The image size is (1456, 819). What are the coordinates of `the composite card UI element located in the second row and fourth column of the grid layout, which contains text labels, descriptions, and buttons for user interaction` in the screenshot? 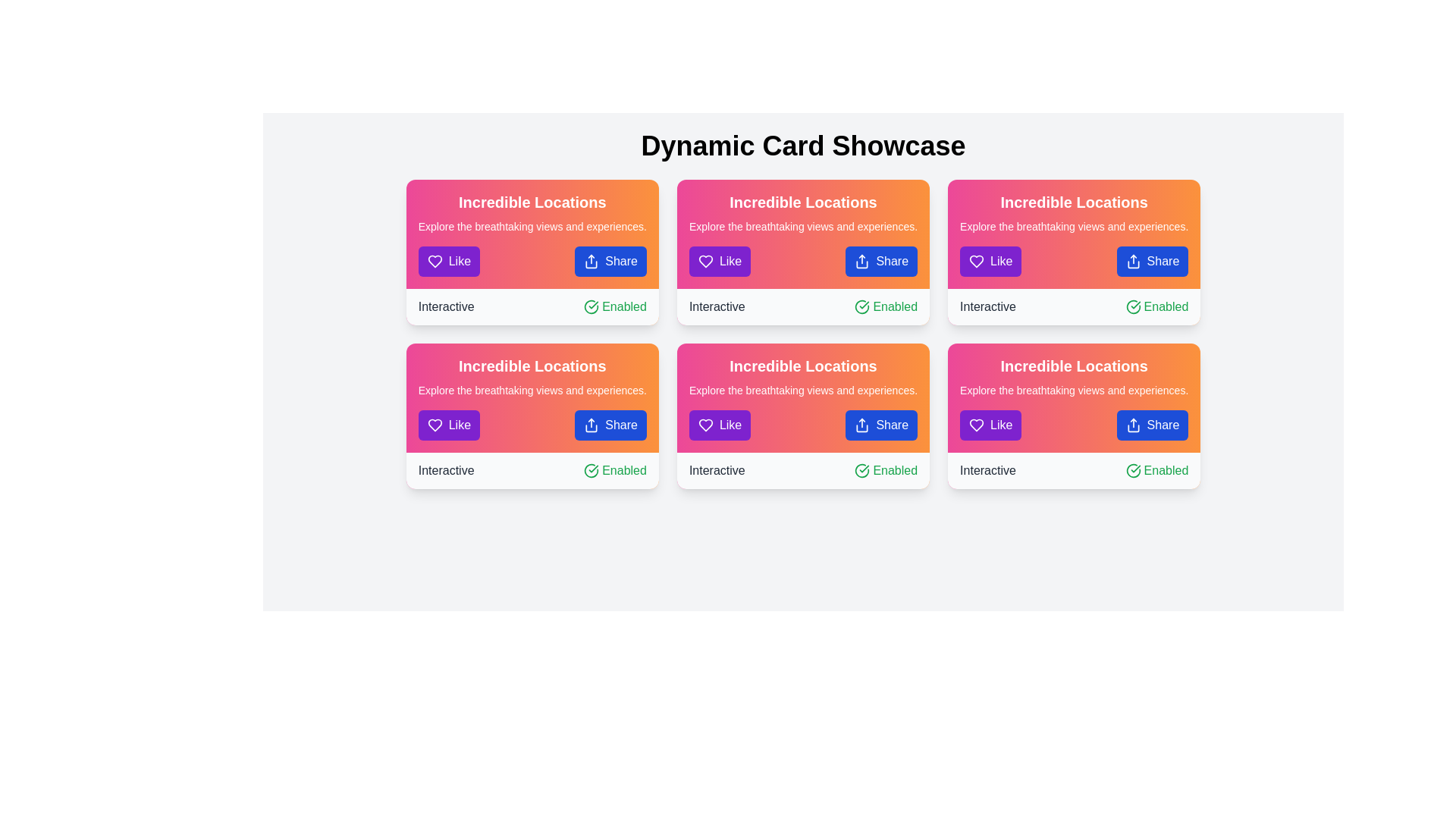 It's located at (1073, 397).